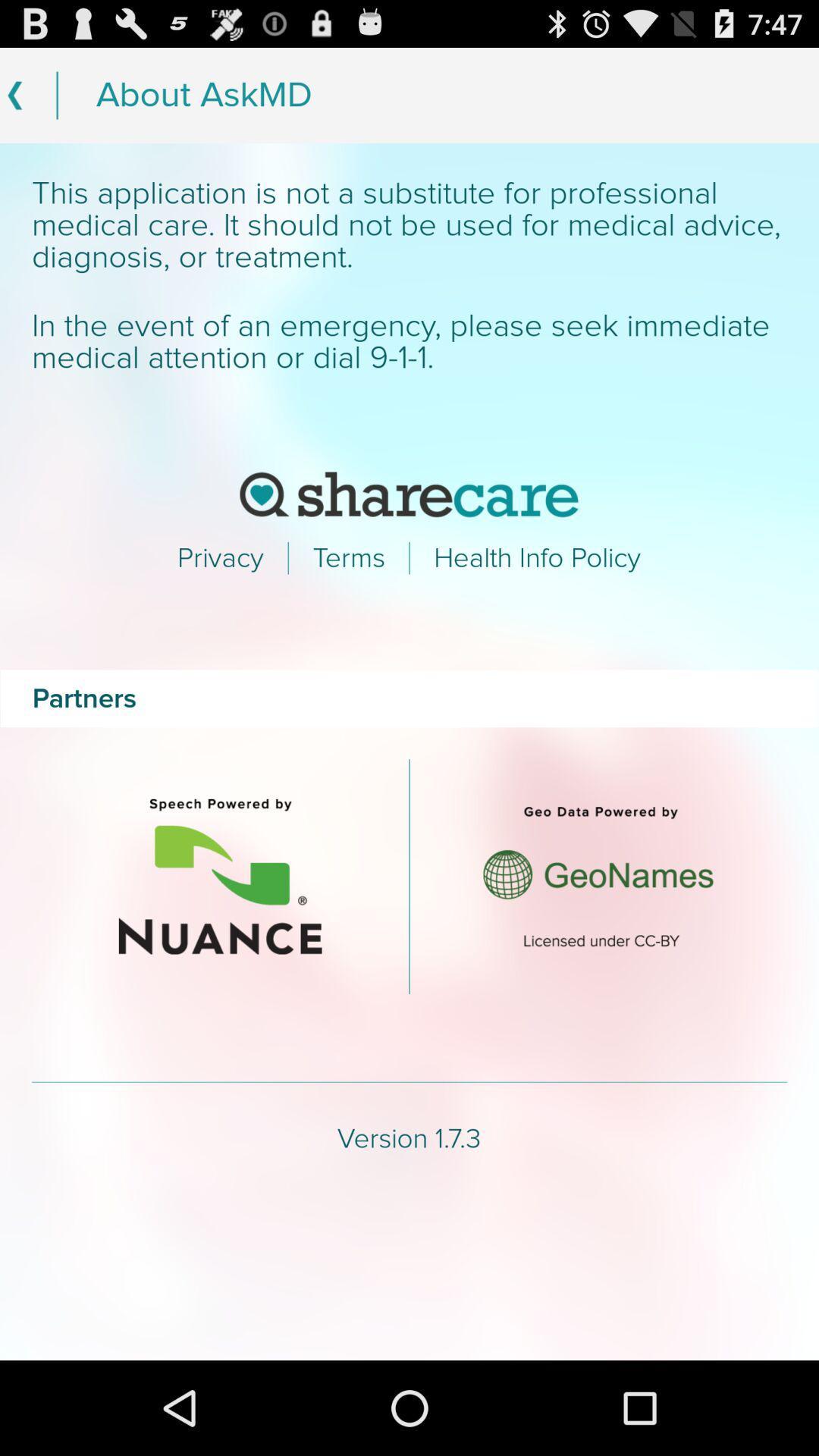 The image size is (819, 1456). I want to click on the image which is just below the partners, so click(220, 877).